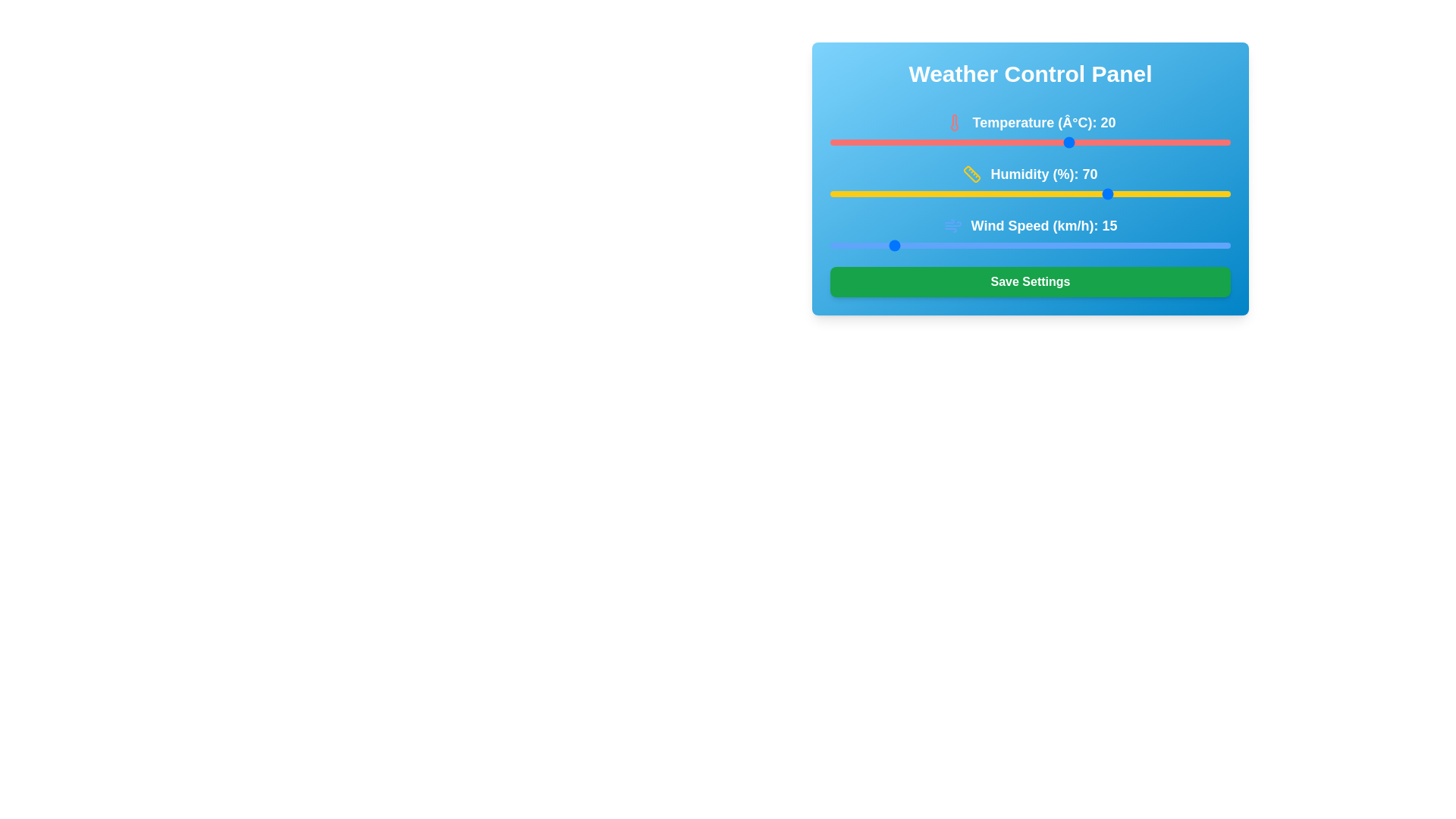  Describe the element at coordinates (1030, 245) in the screenshot. I see `the horizontal slider with bright blue color, located below the 'Wind Speed (km/h): 15' label` at that location.